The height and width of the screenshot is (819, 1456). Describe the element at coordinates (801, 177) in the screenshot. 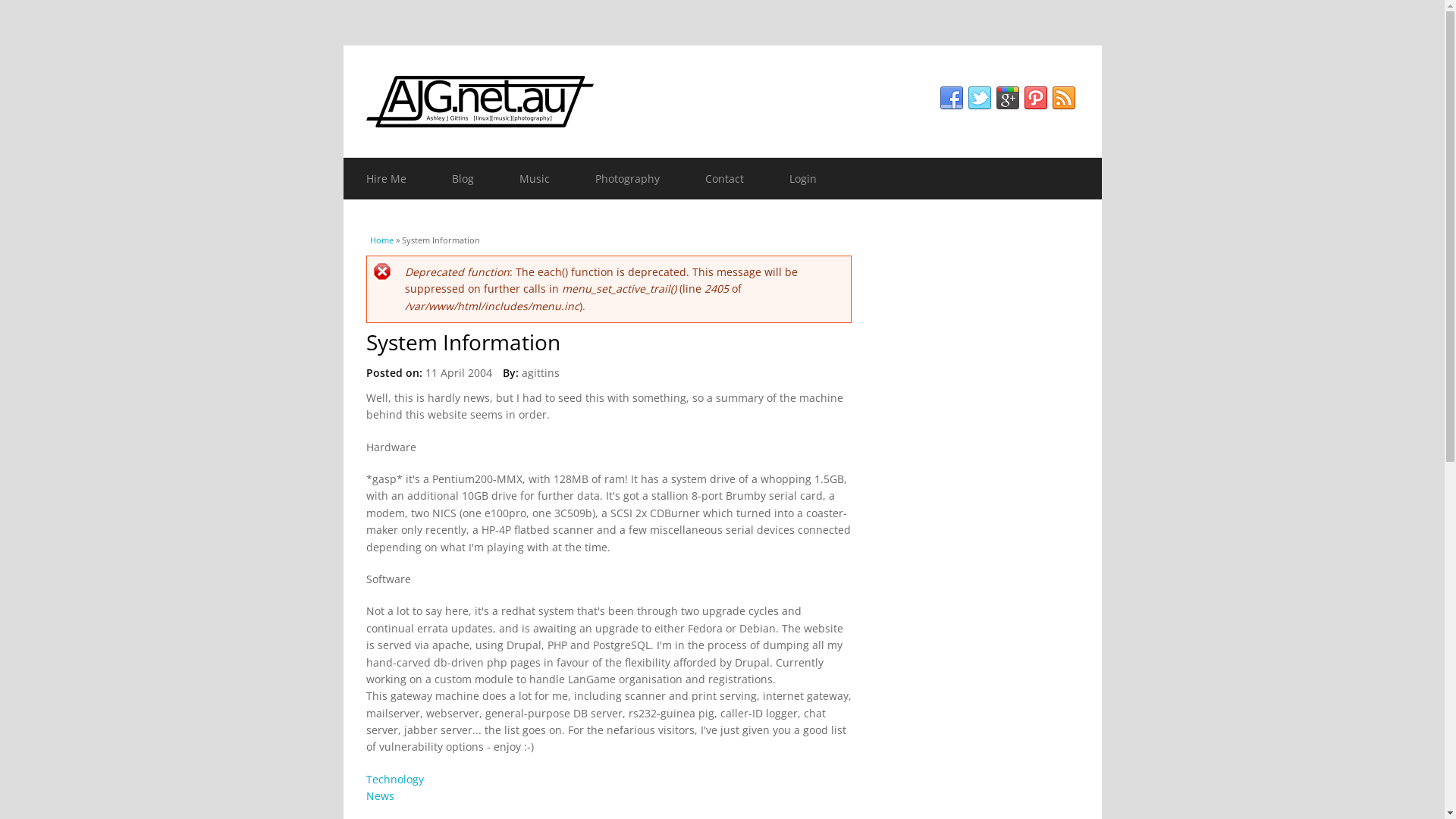

I see `'Login'` at that location.